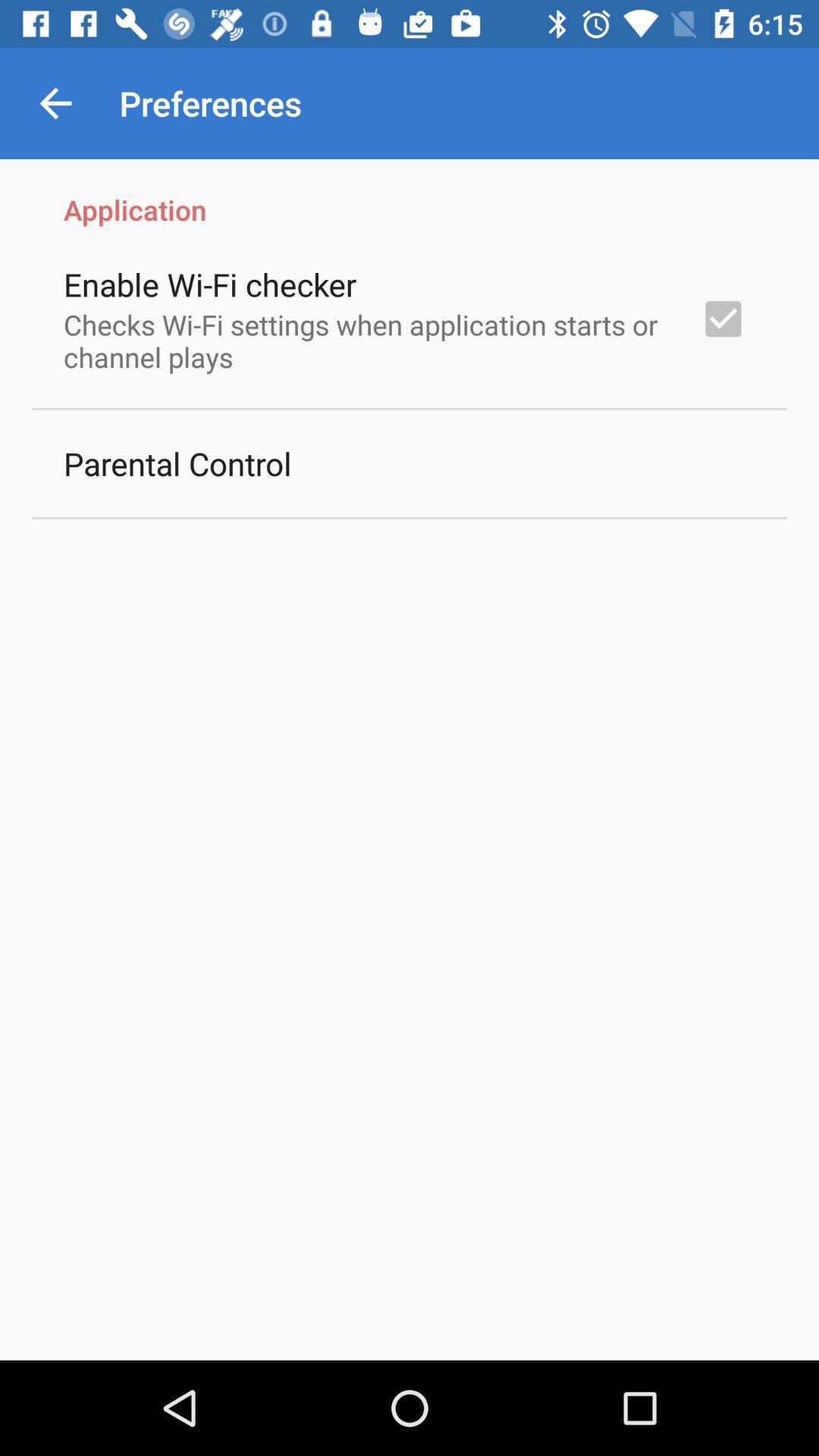 The image size is (819, 1456). Describe the element at coordinates (177, 463) in the screenshot. I see `the parental control item` at that location.